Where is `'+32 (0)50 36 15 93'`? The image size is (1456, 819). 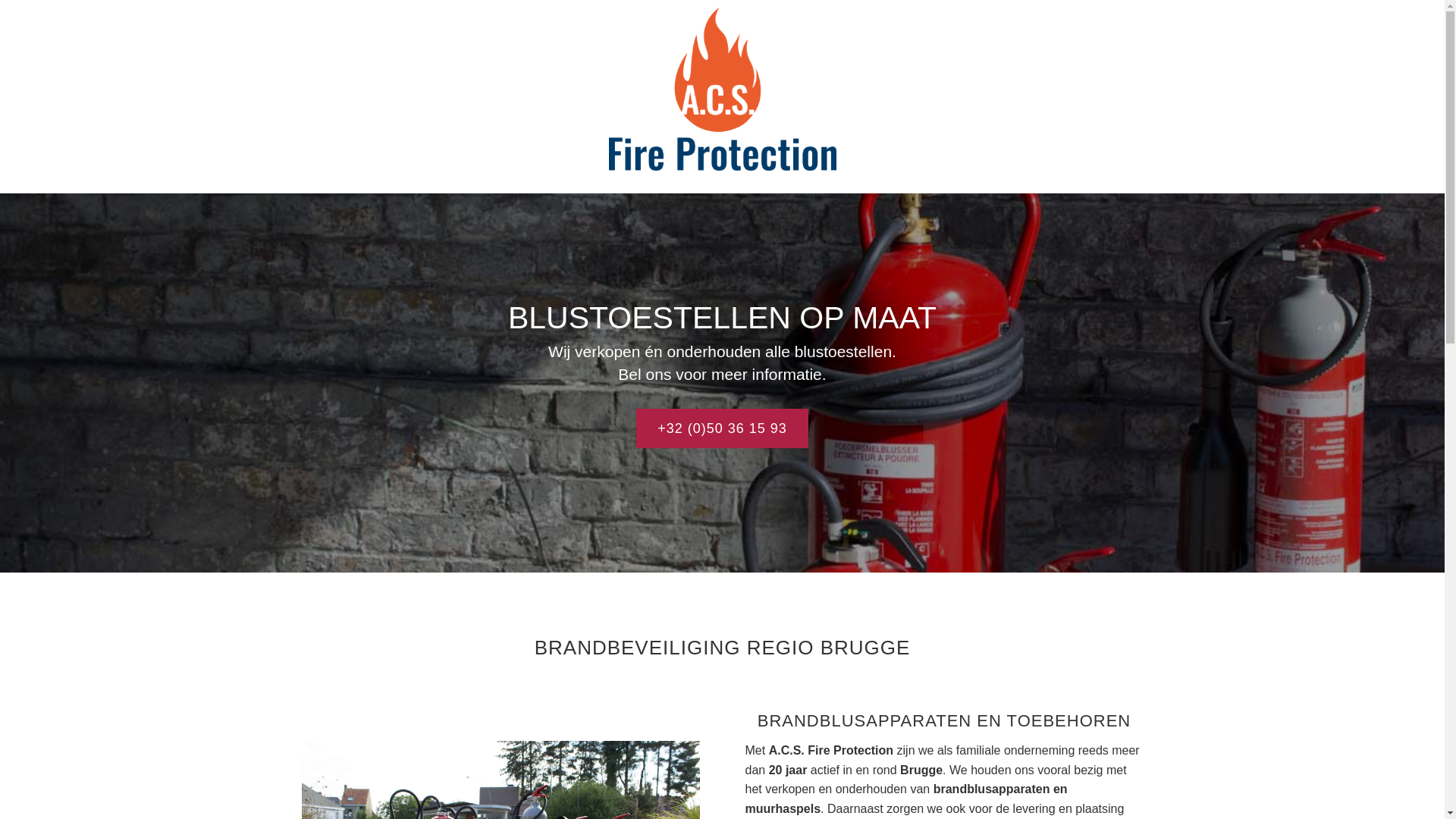
'+32 (0)50 36 15 93' is located at coordinates (721, 428).